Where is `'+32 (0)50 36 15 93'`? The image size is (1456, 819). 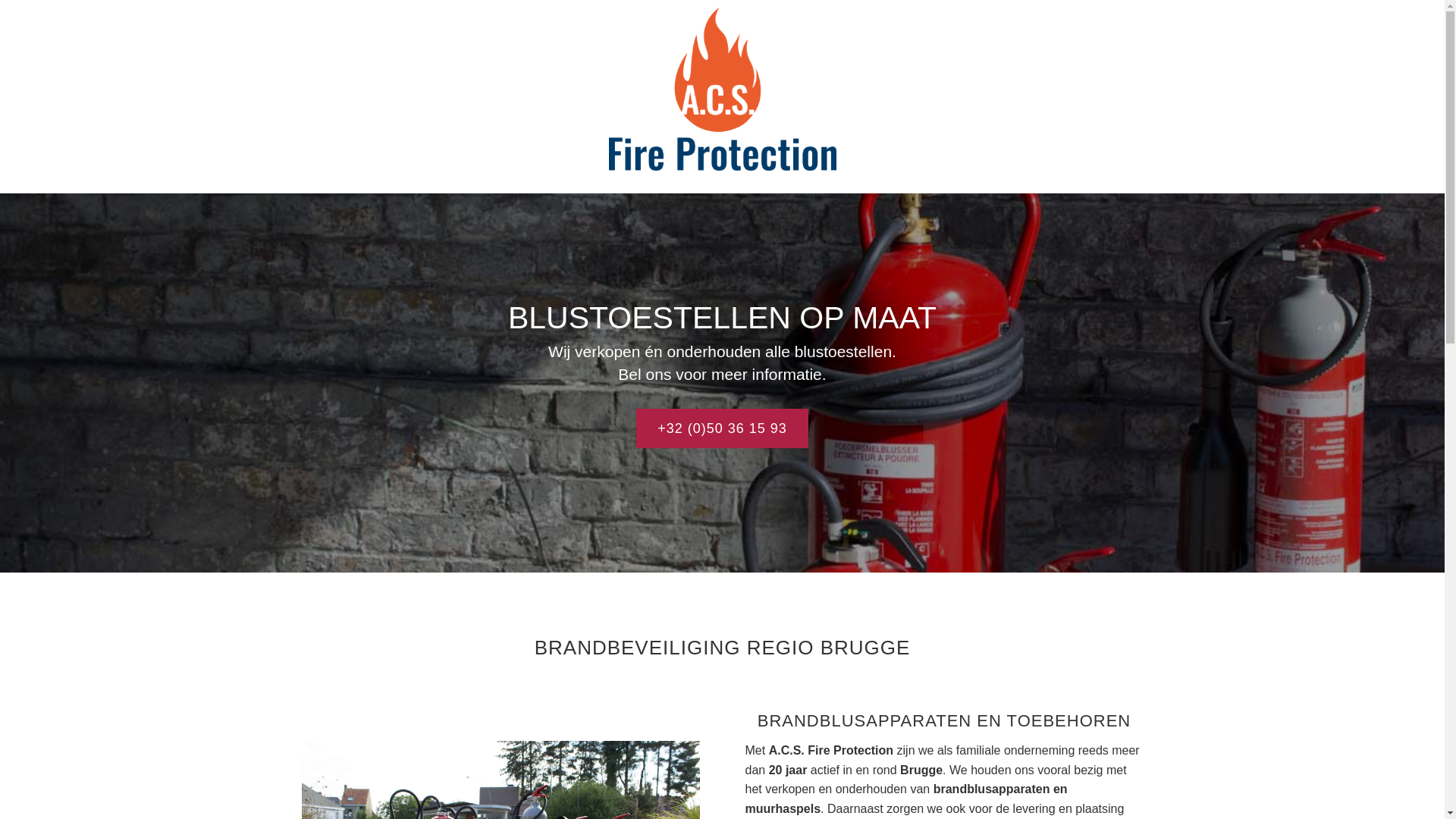
'+32 (0)50 36 15 93' is located at coordinates (721, 428).